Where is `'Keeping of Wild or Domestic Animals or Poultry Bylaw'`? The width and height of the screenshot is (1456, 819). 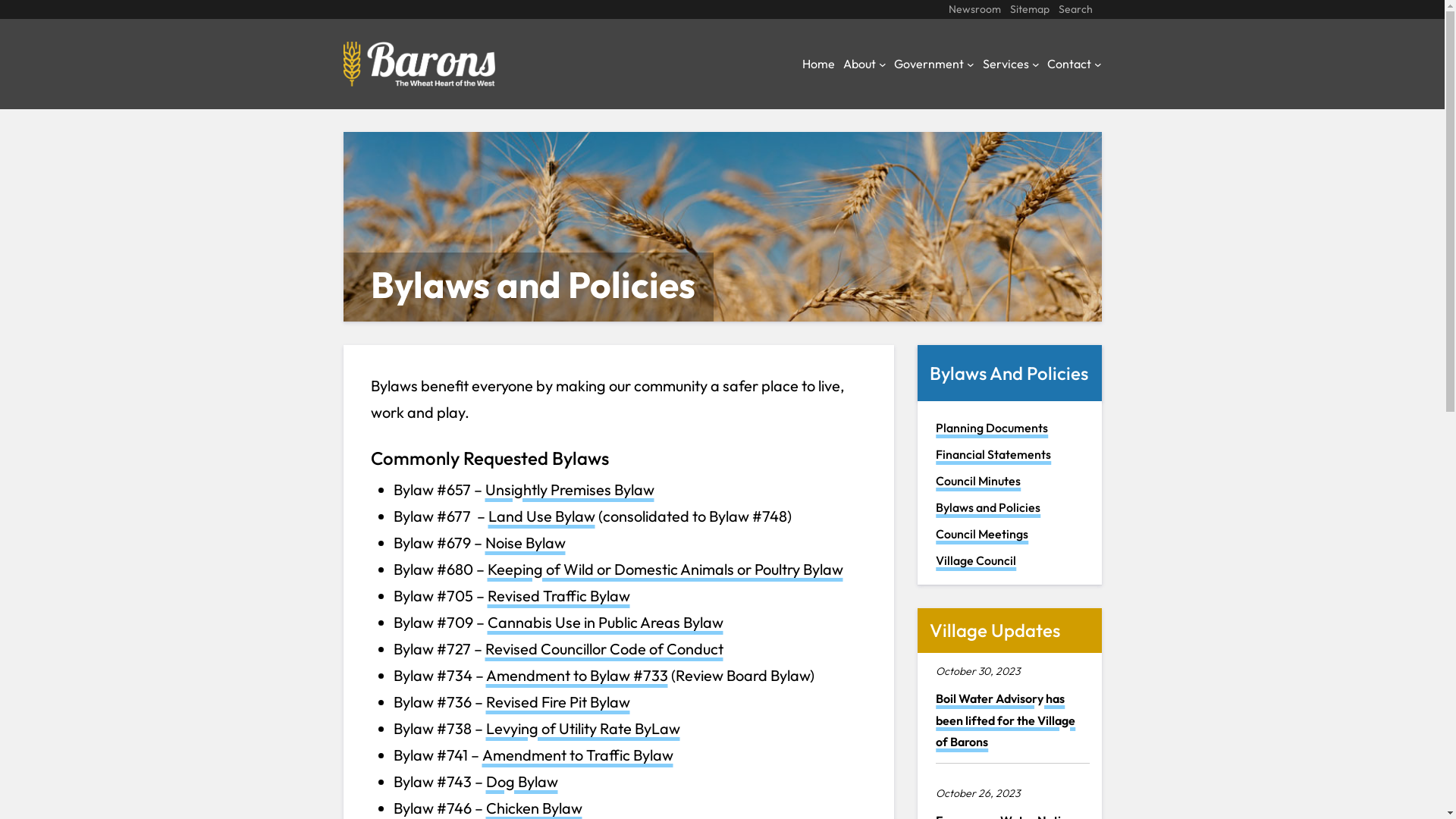 'Keeping of Wild or Domestic Animals or Poultry Bylaw' is located at coordinates (664, 569).